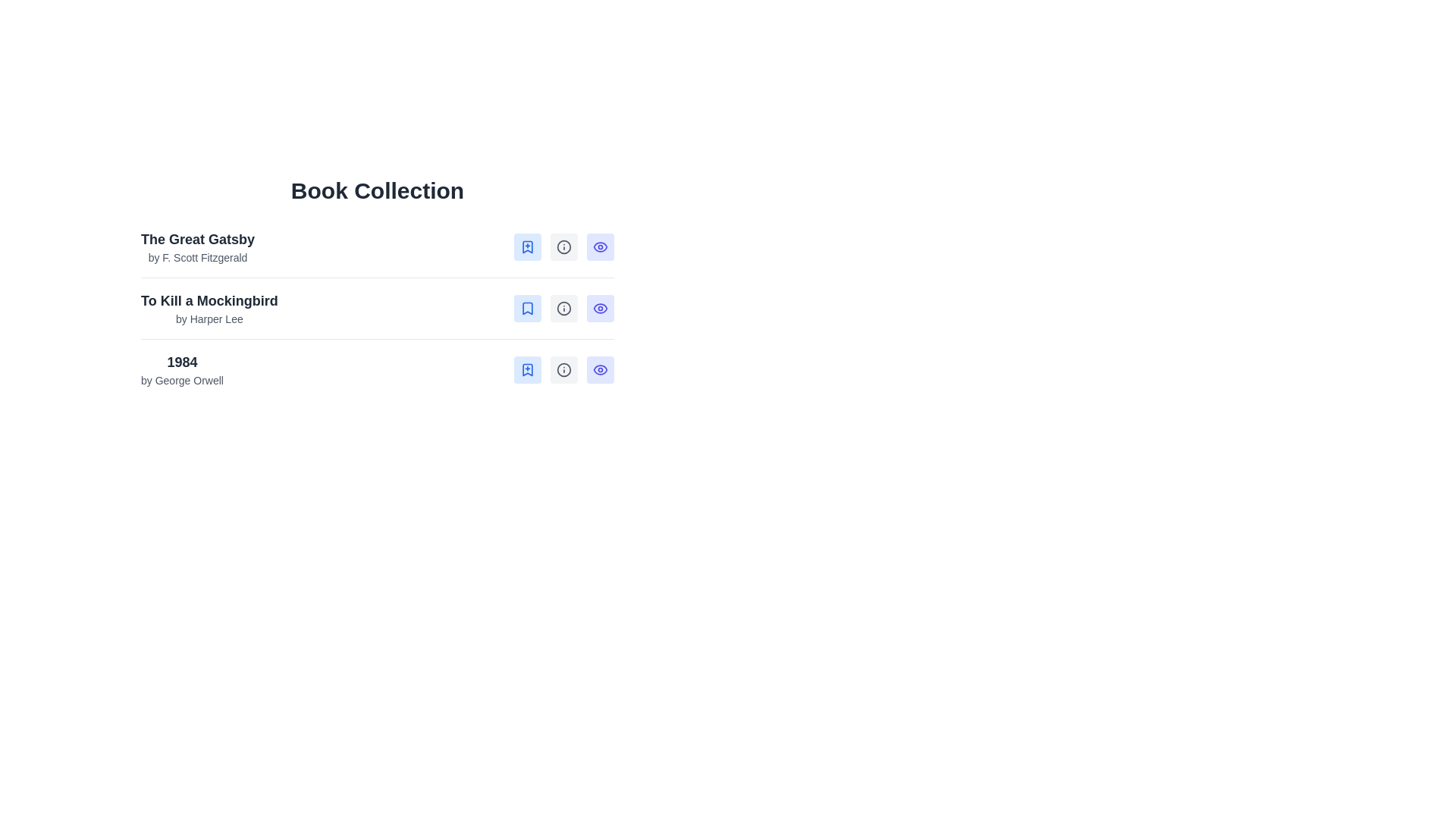 The width and height of the screenshot is (1456, 819). Describe the element at coordinates (196, 246) in the screenshot. I see `the text block displaying the title 'The Great Gatsby' and the author 'by F. Scott Fitzgerald', which is the first entry under the 'Book Collection' heading` at that location.